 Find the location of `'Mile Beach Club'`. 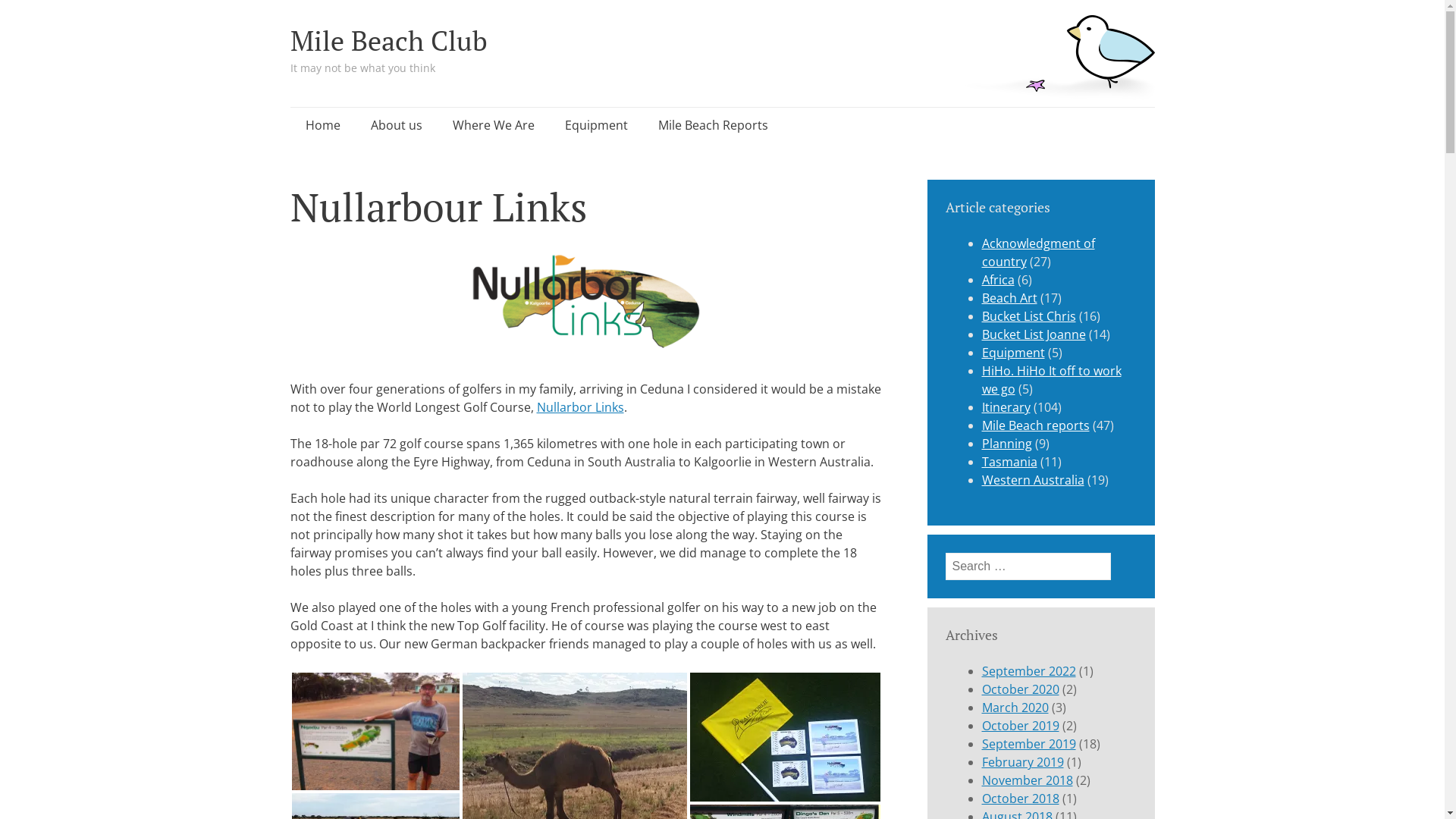

'Mile Beach Club' is located at coordinates (290, 39).